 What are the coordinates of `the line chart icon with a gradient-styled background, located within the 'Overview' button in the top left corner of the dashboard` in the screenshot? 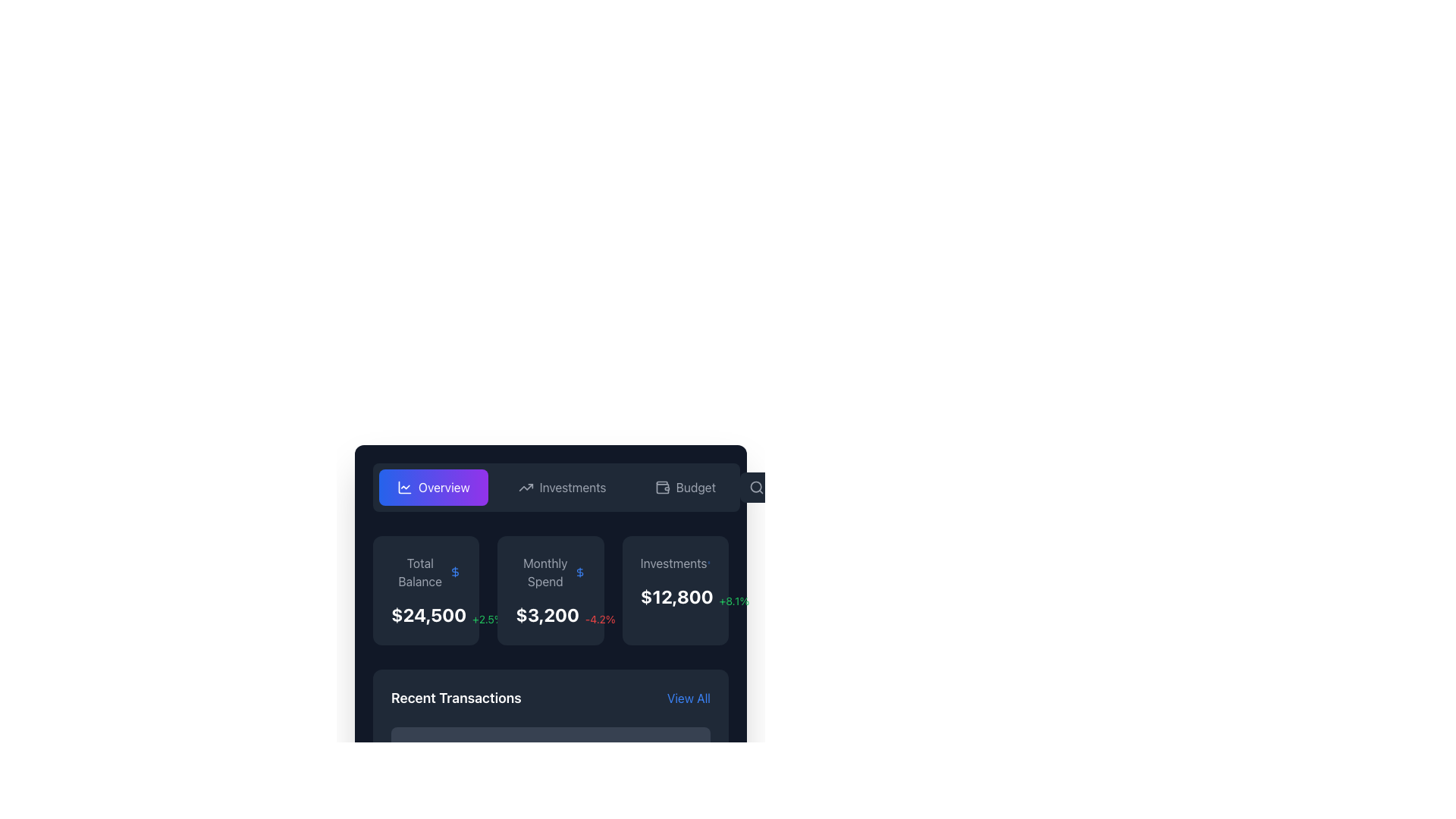 It's located at (404, 488).